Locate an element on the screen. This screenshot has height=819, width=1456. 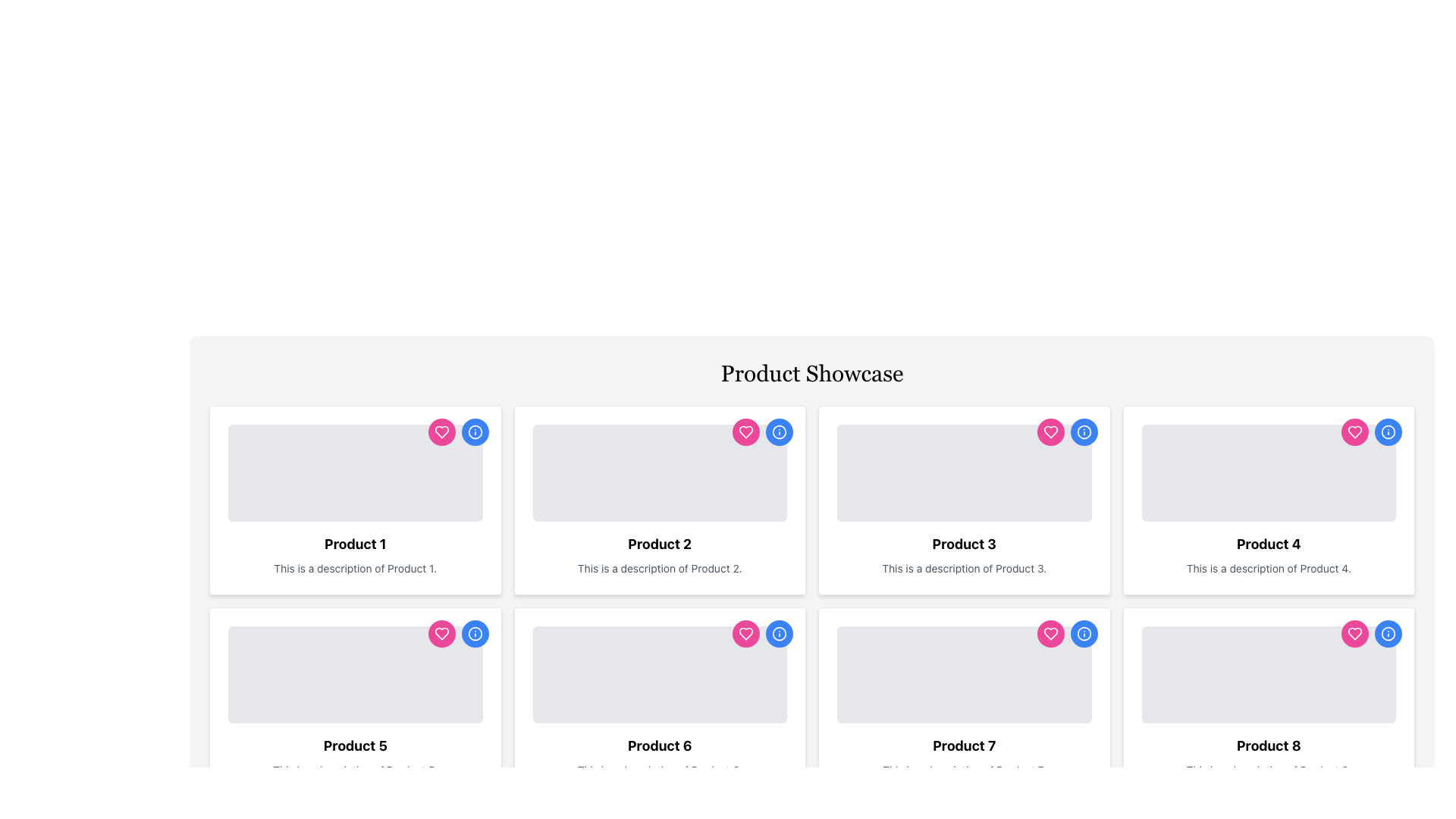
the circular blue info button located at the top-right corner of the 'Product 3' card is located at coordinates (1083, 432).